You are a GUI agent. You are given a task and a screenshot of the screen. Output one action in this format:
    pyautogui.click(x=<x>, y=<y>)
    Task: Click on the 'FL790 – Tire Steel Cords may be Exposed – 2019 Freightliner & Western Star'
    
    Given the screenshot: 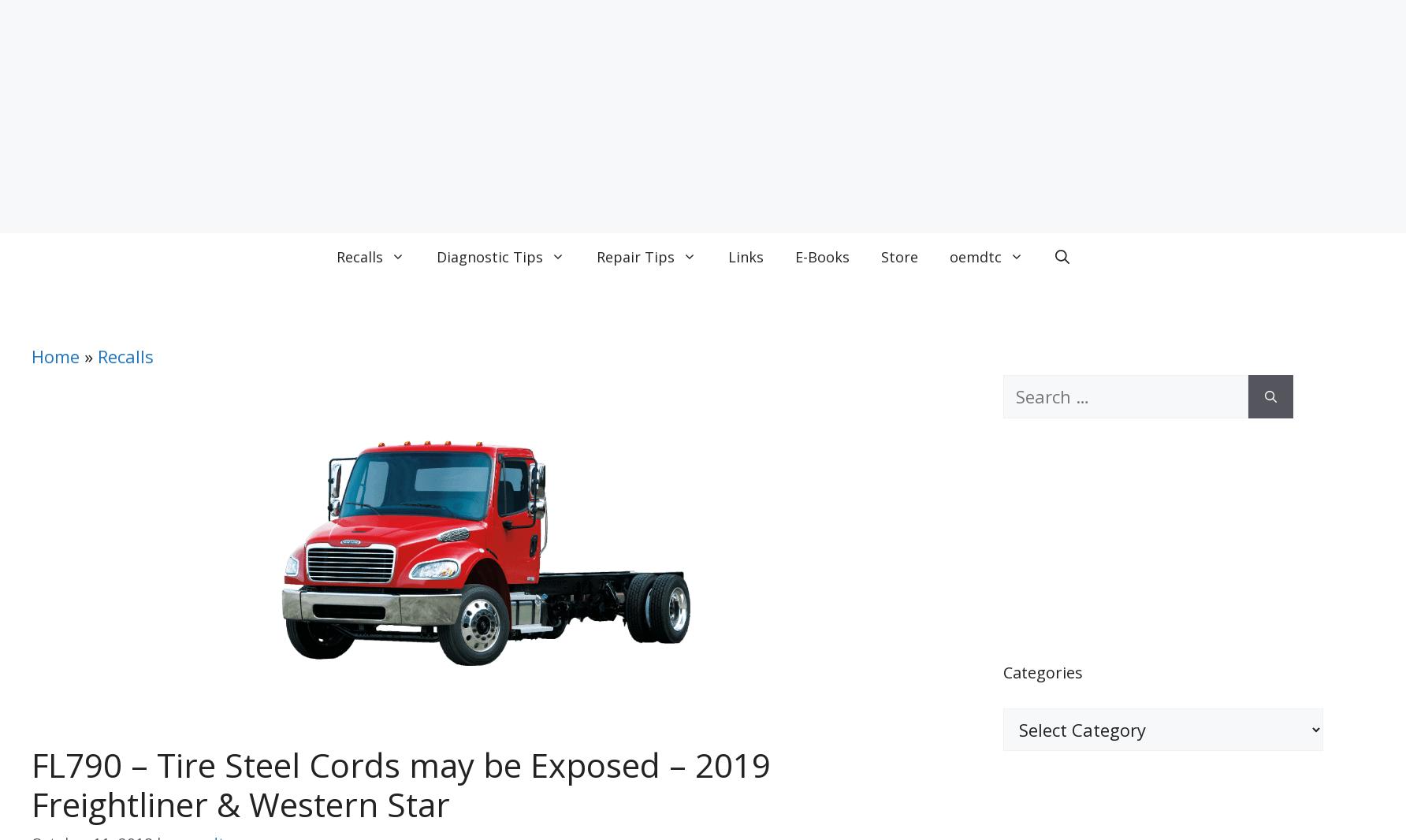 What is the action you would take?
    pyautogui.click(x=400, y=784)
    